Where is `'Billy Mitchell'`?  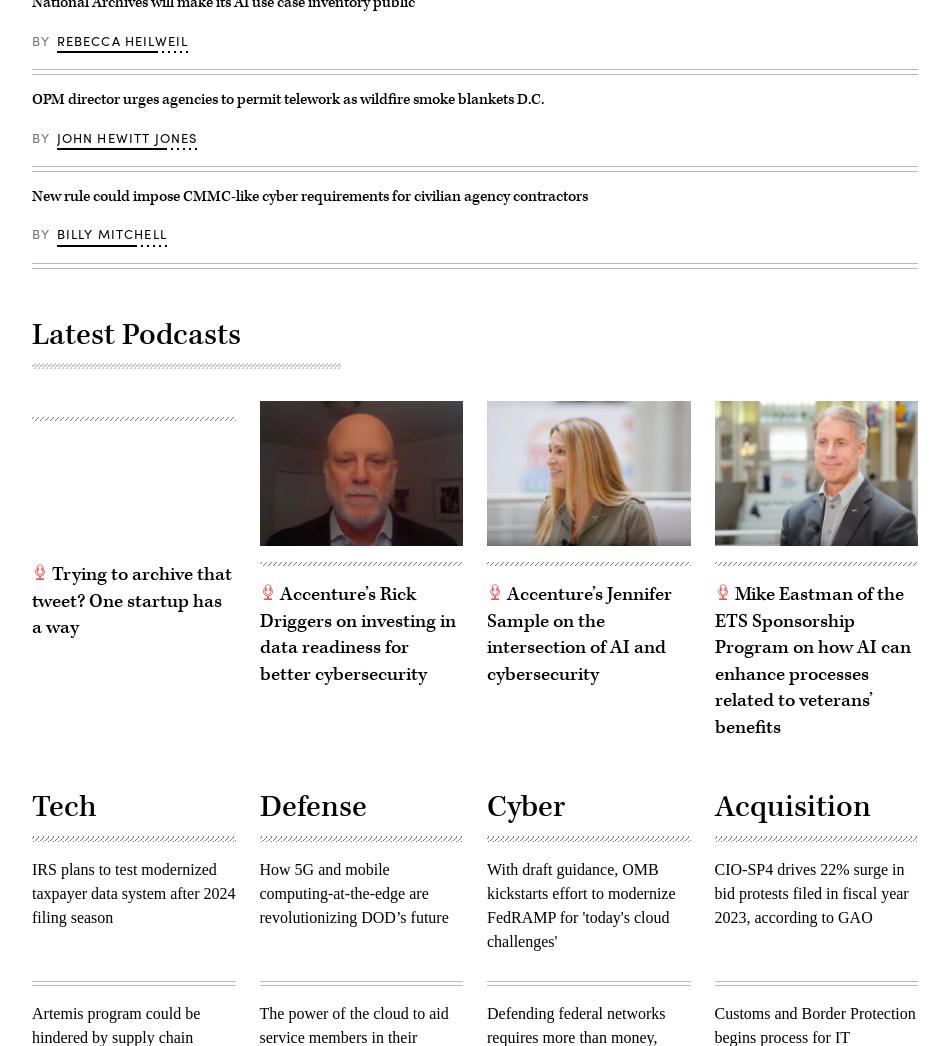 'Billy Mitchell' is located at coordinates (110, 232).